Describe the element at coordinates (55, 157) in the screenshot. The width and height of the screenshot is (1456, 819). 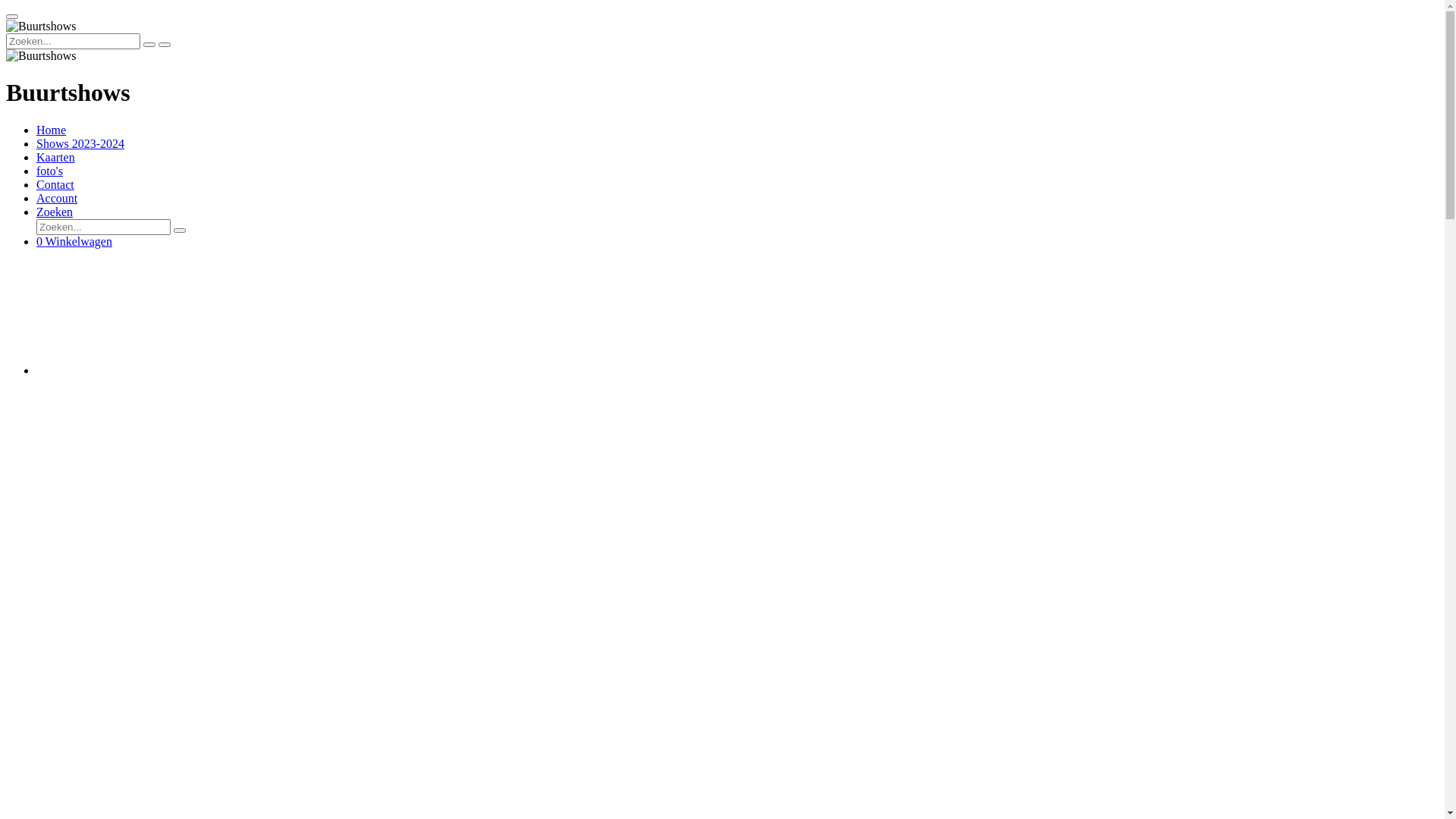
I see `'Kaarten'` at that location.